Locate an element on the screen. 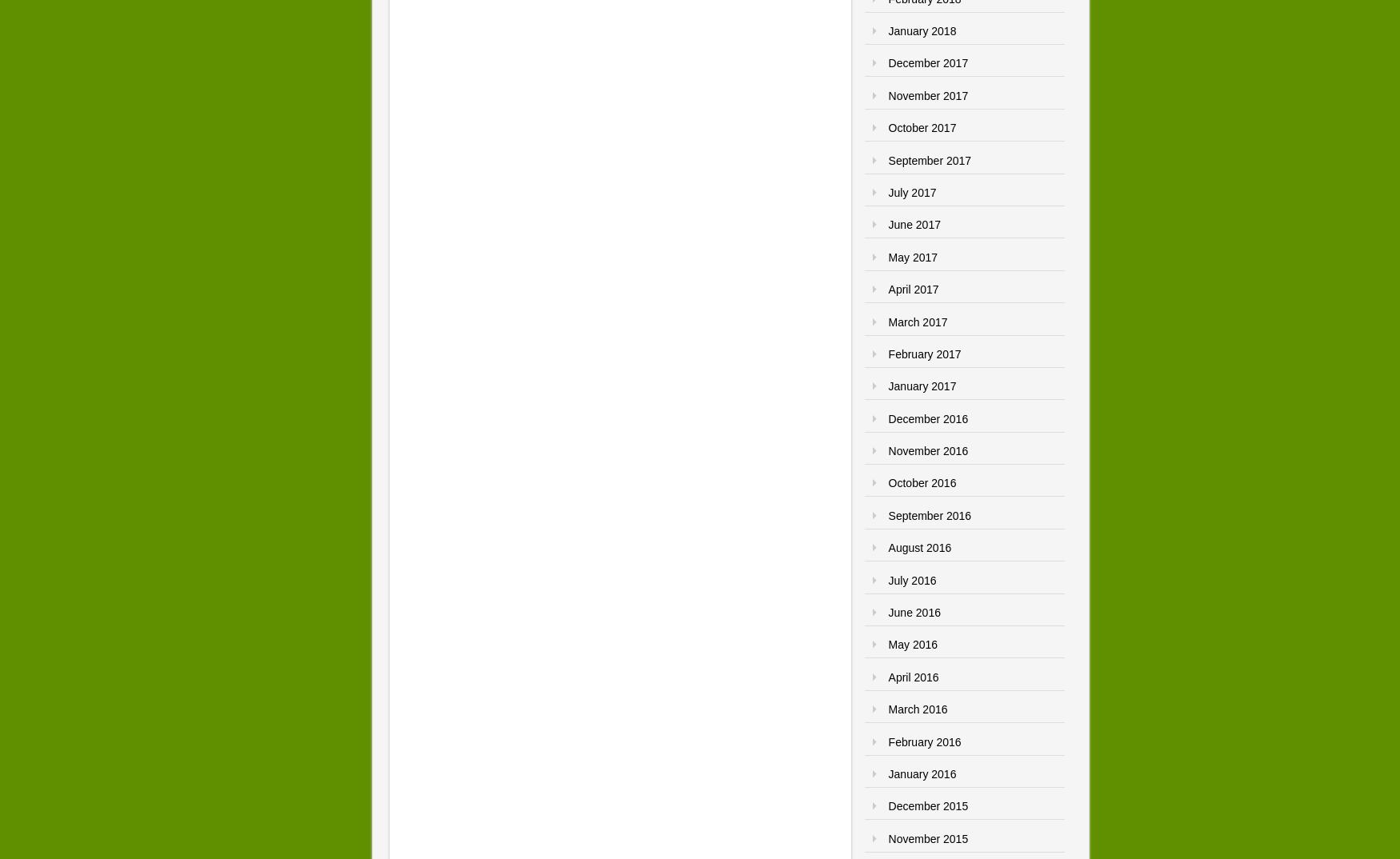 The width and height of the screenshot is (1400, 859). 'October 2016' is located at coordinates (921, 483).